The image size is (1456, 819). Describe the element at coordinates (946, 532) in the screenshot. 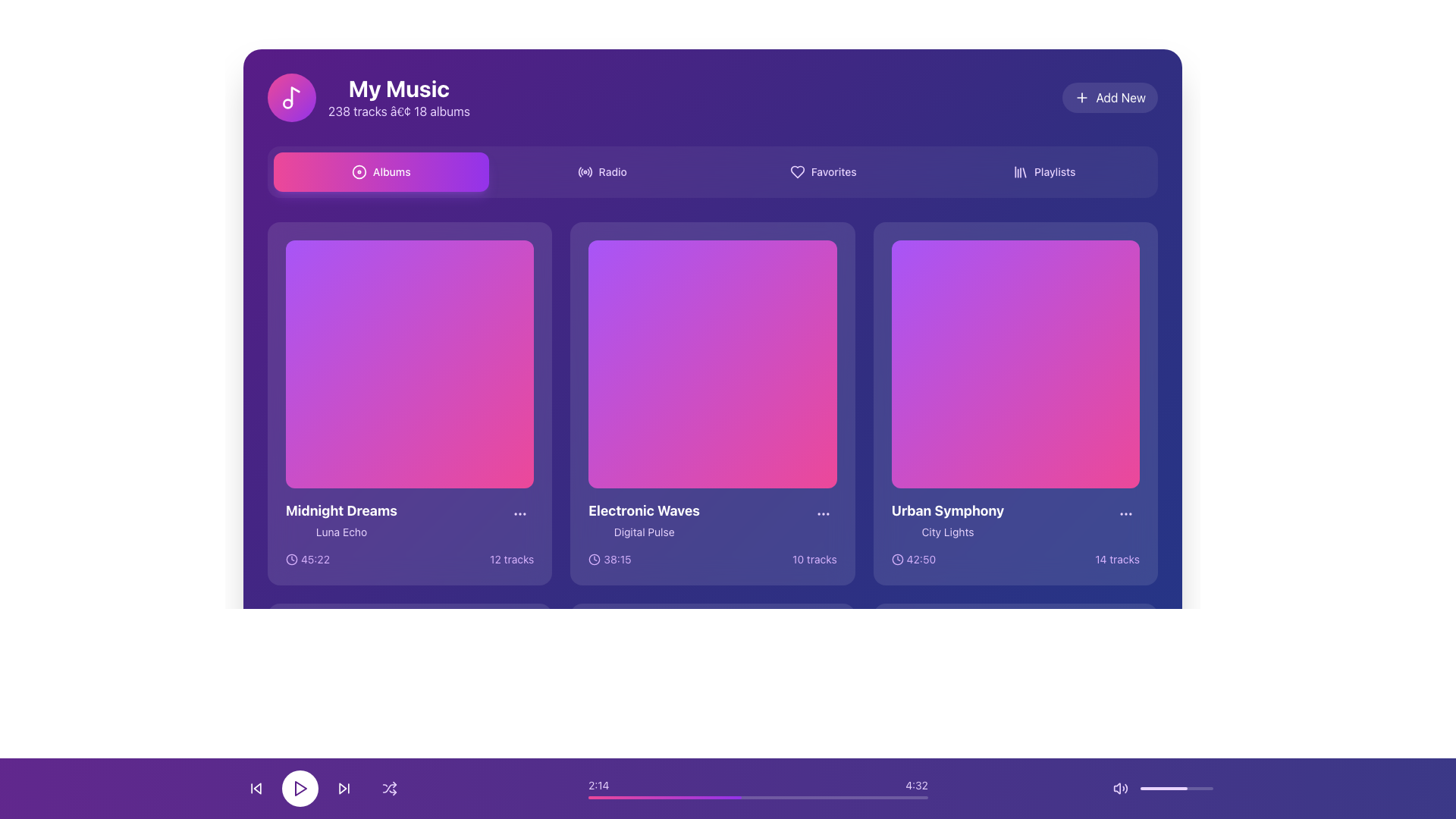

I see `the text label displaying 'City Lights', which is styled with a smaller font size and muted purple color, located underneath the 'Urban Symphony' heading in the album grid` at that location.